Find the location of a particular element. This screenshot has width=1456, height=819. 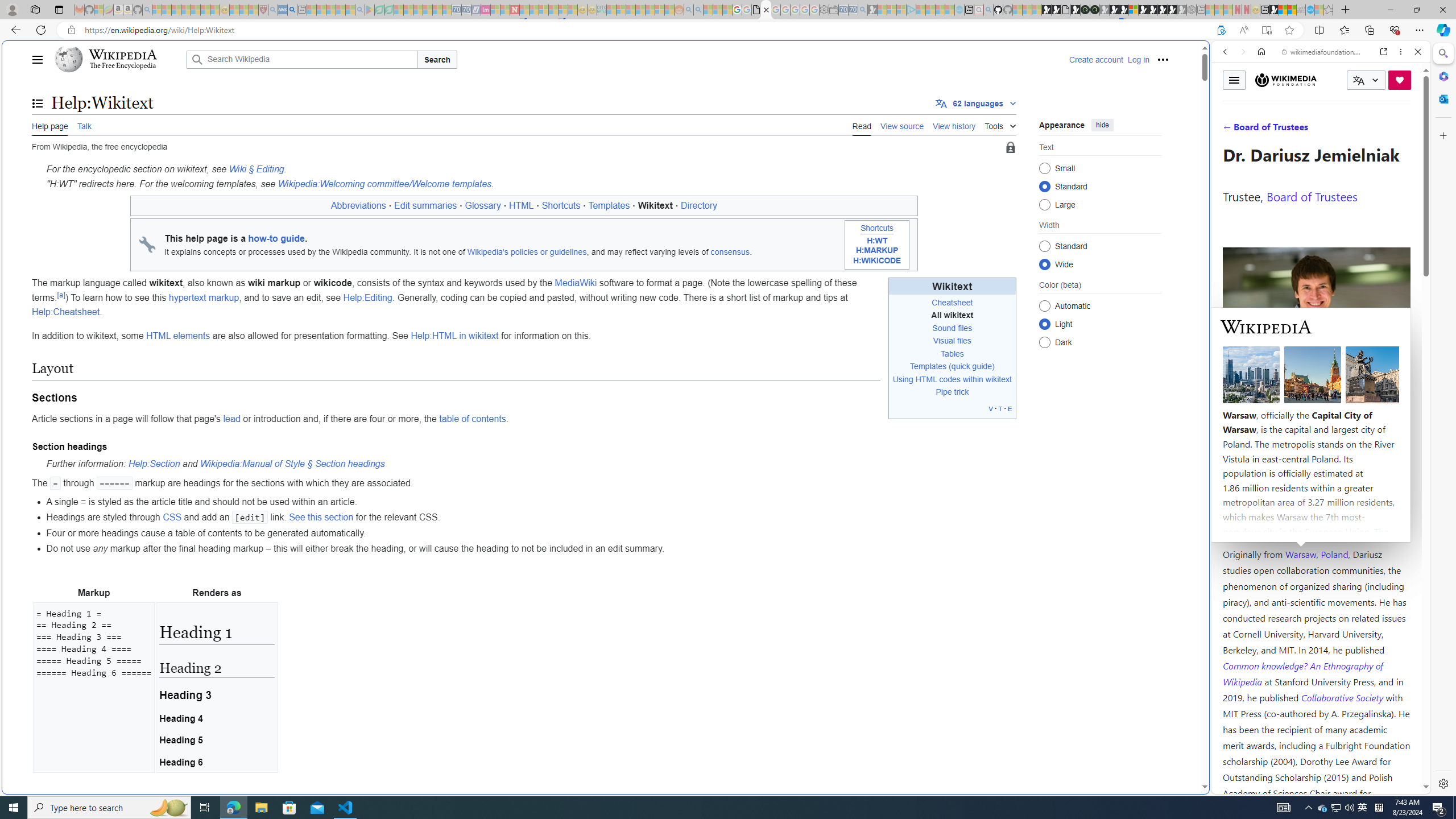

'Jobs - lastminute.com Investor Portal - Sleeping' is located at coordinates (485, 9).